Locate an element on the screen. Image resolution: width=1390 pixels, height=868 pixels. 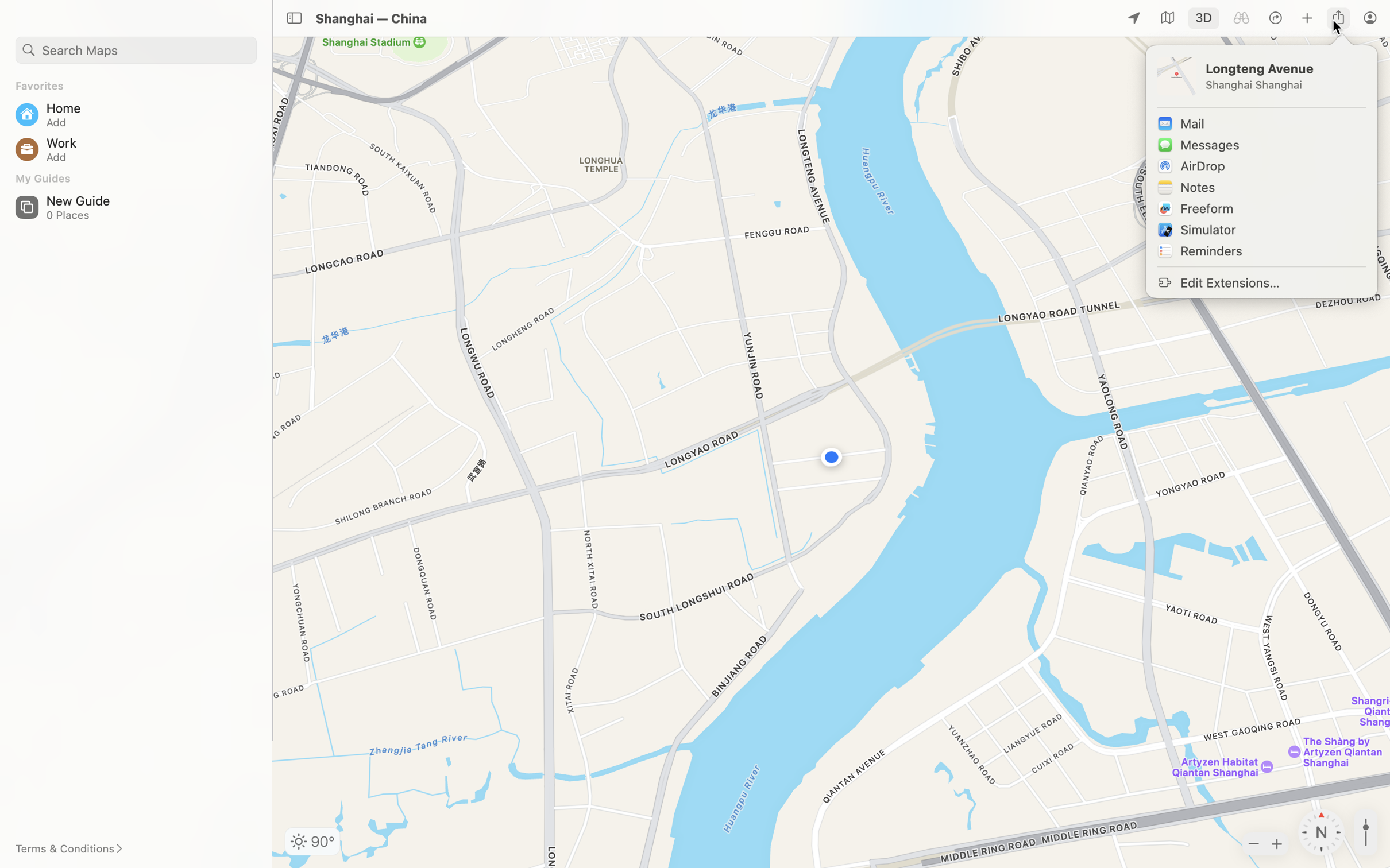
'Longteng Avenue' is located at coordinates (1284, 68).